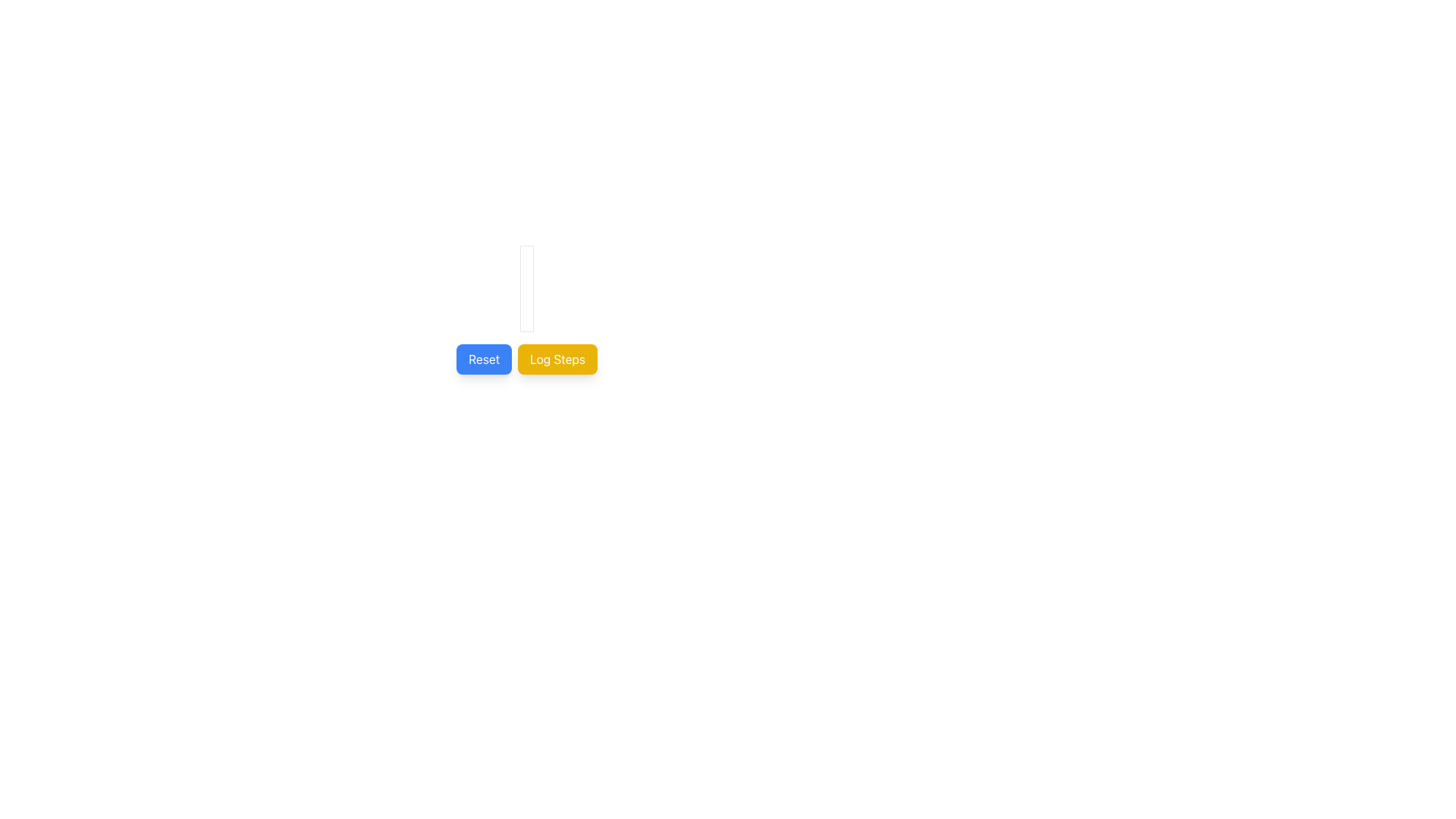 The width and height of the screenshot is (1456, 819). What do you see at coordinates (483, 359) in the screenshot?
I see `the reset button that allows users to reset a form or data to observe the style change` at bounding box center [483, 359].